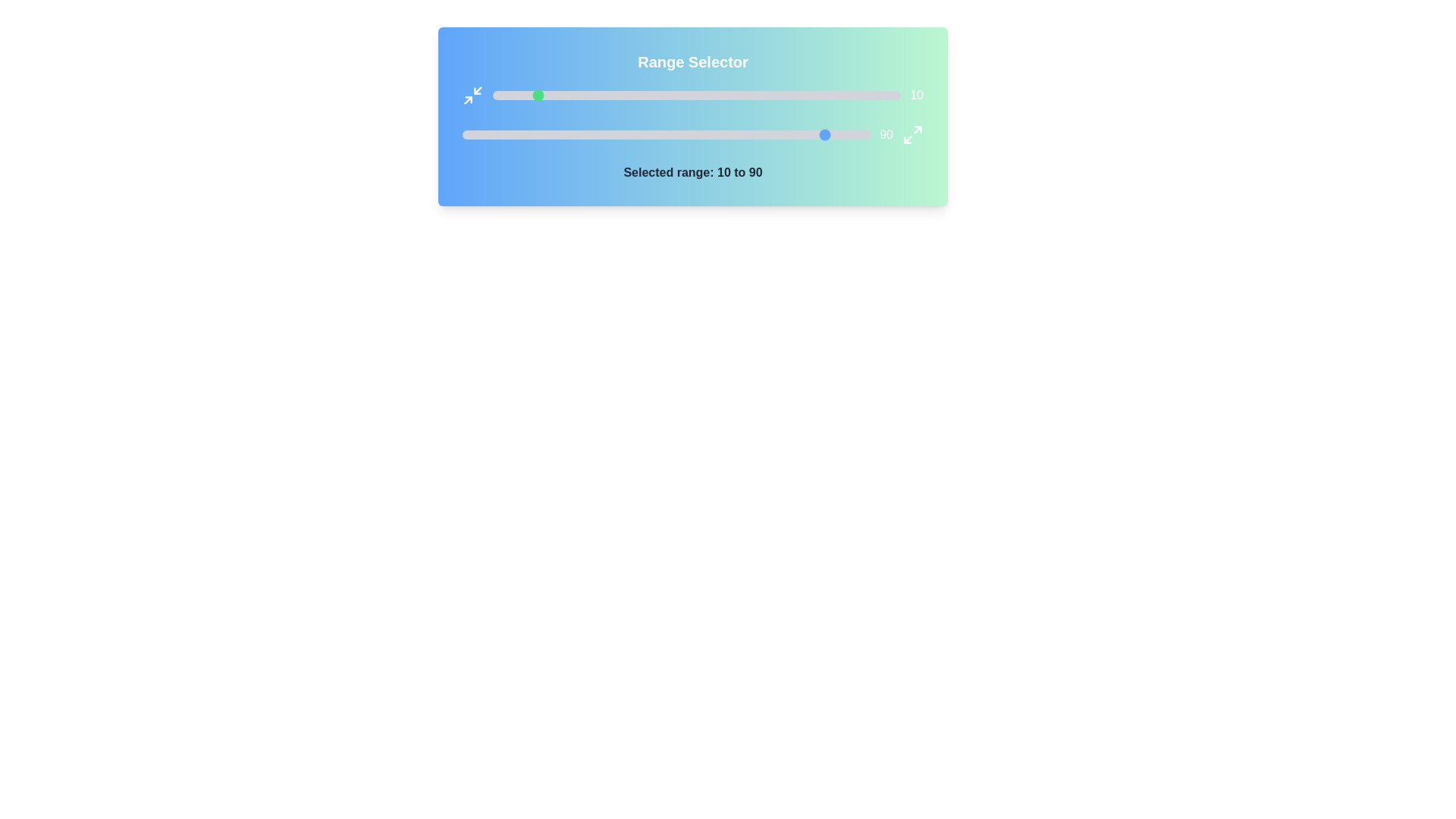 This screenshot has height=819, width=1456. Describe the element at coordinates (737, 96) in the screenshot. I see `the slider value` at that location.